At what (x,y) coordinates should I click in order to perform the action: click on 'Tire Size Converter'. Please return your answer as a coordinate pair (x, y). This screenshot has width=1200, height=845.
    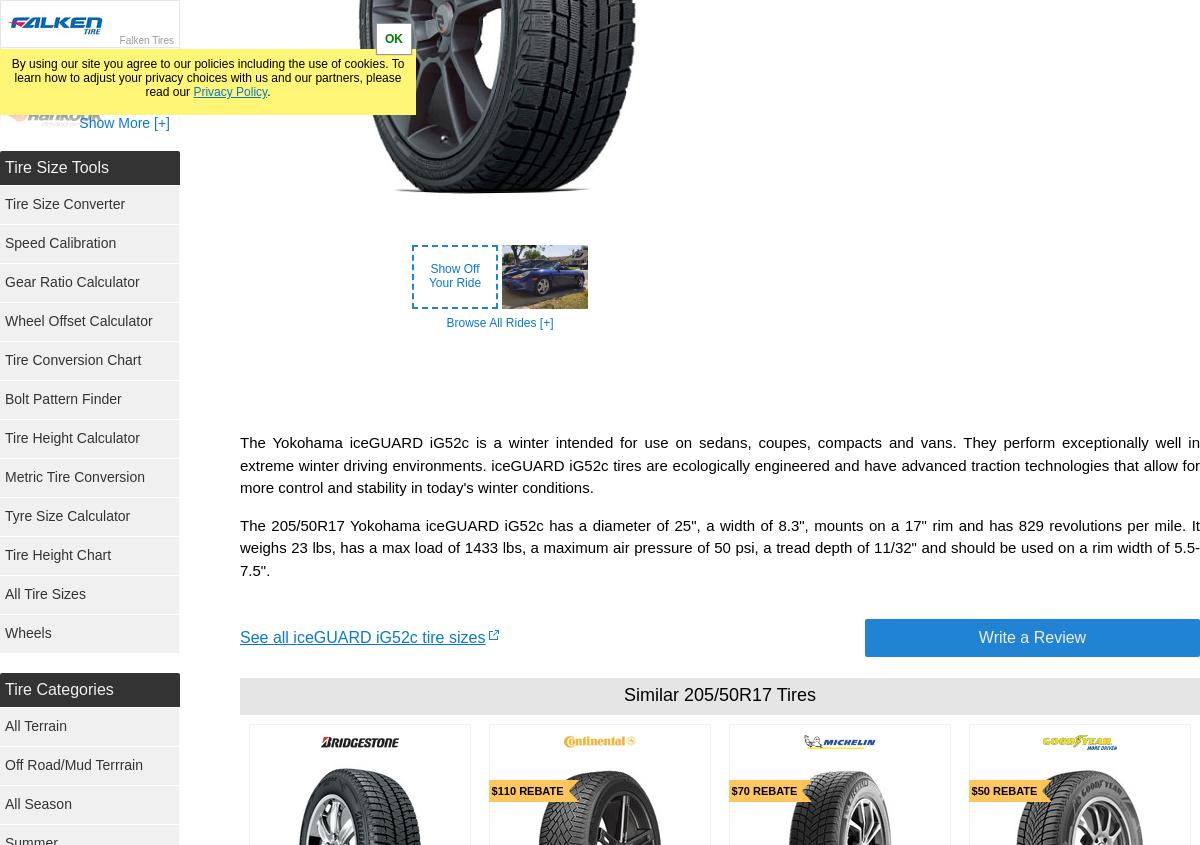
    Looking at the image, I should click on (65, 202).